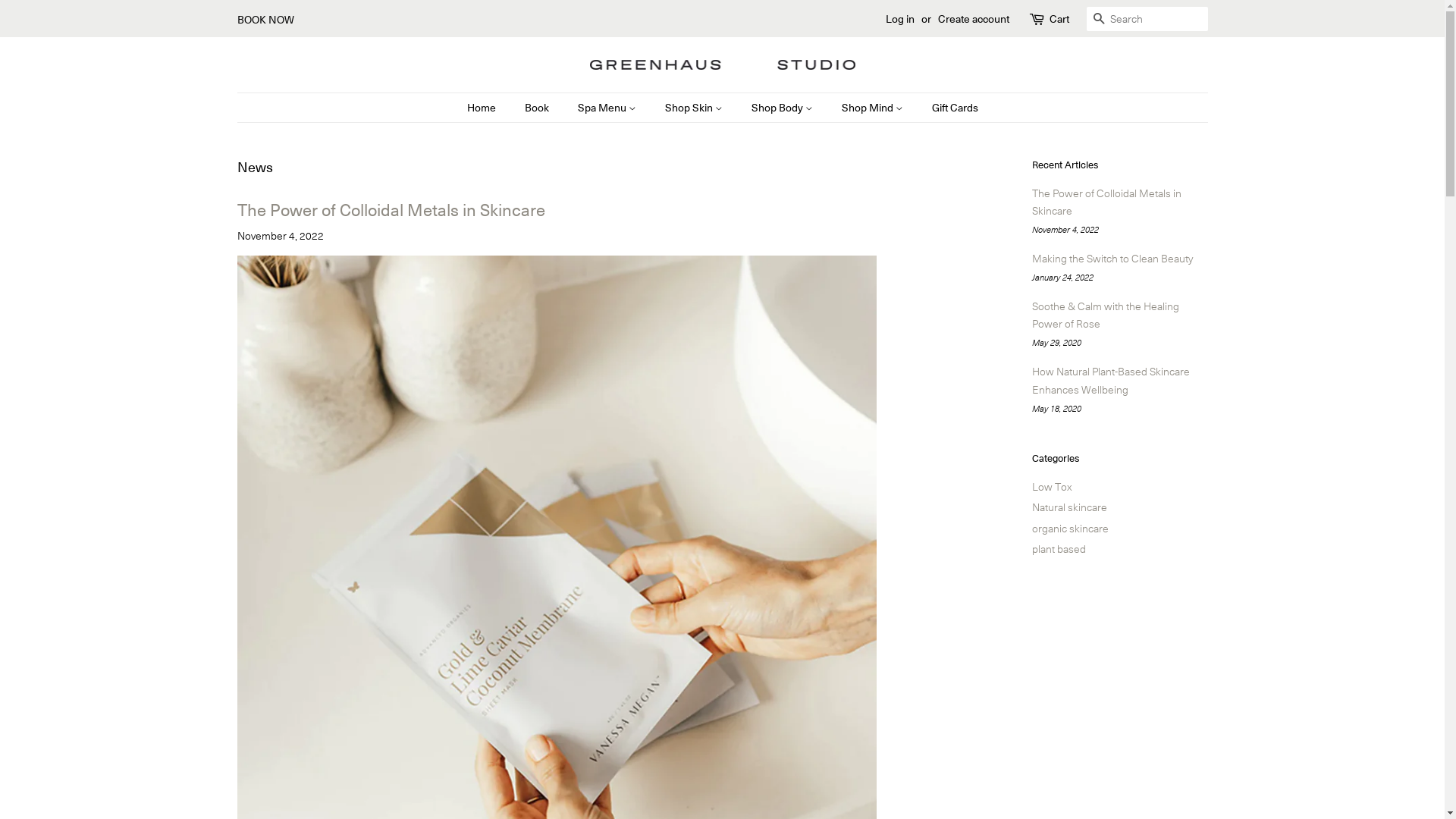 The width and height of the screenshot is (1456, 819). I want to click on 'The Power of Colloidal Metals in Skincare', so click(1031, 201).